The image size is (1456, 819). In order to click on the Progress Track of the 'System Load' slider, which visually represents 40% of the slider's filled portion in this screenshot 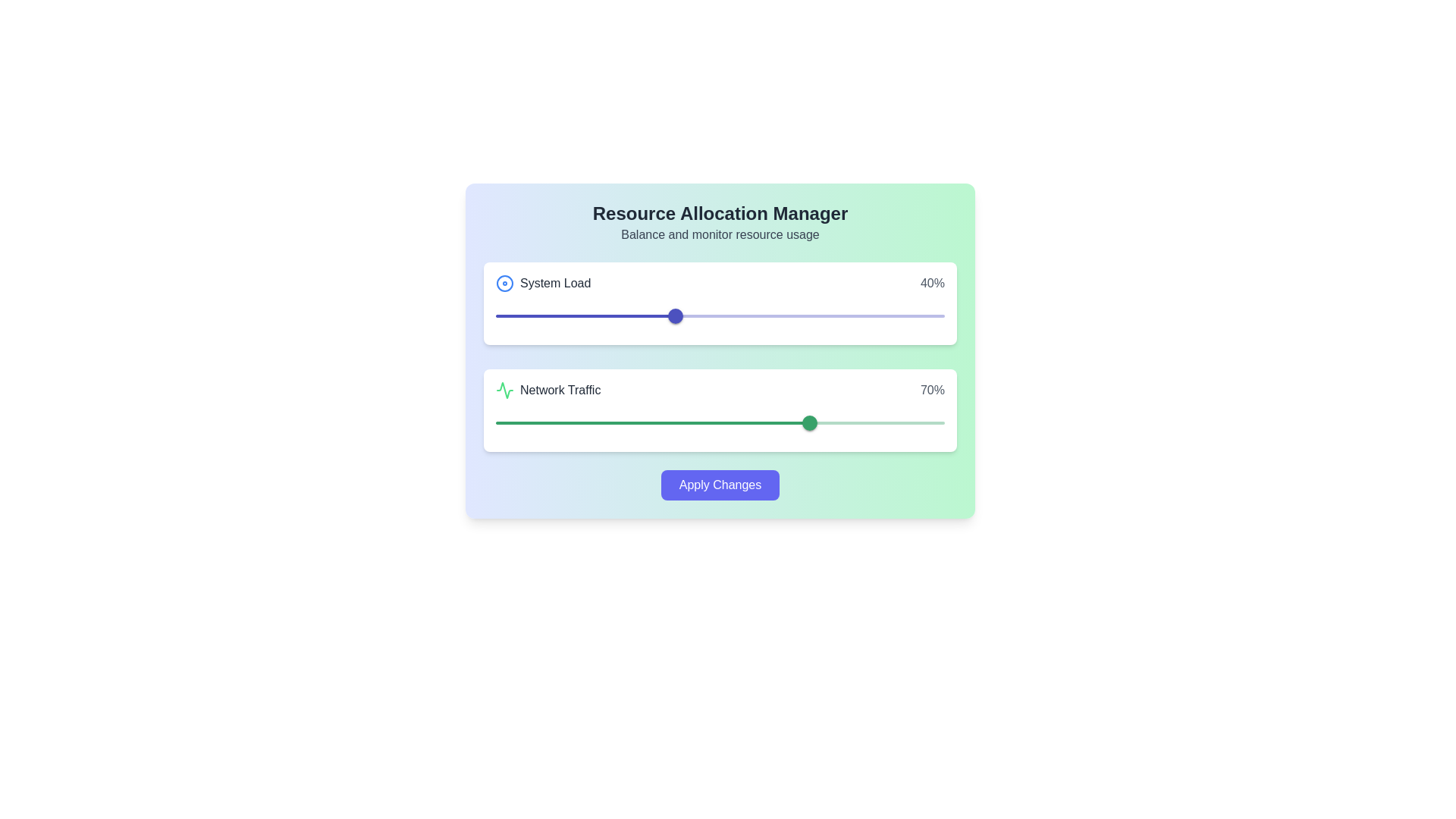, I will do `click(585, 315)`.